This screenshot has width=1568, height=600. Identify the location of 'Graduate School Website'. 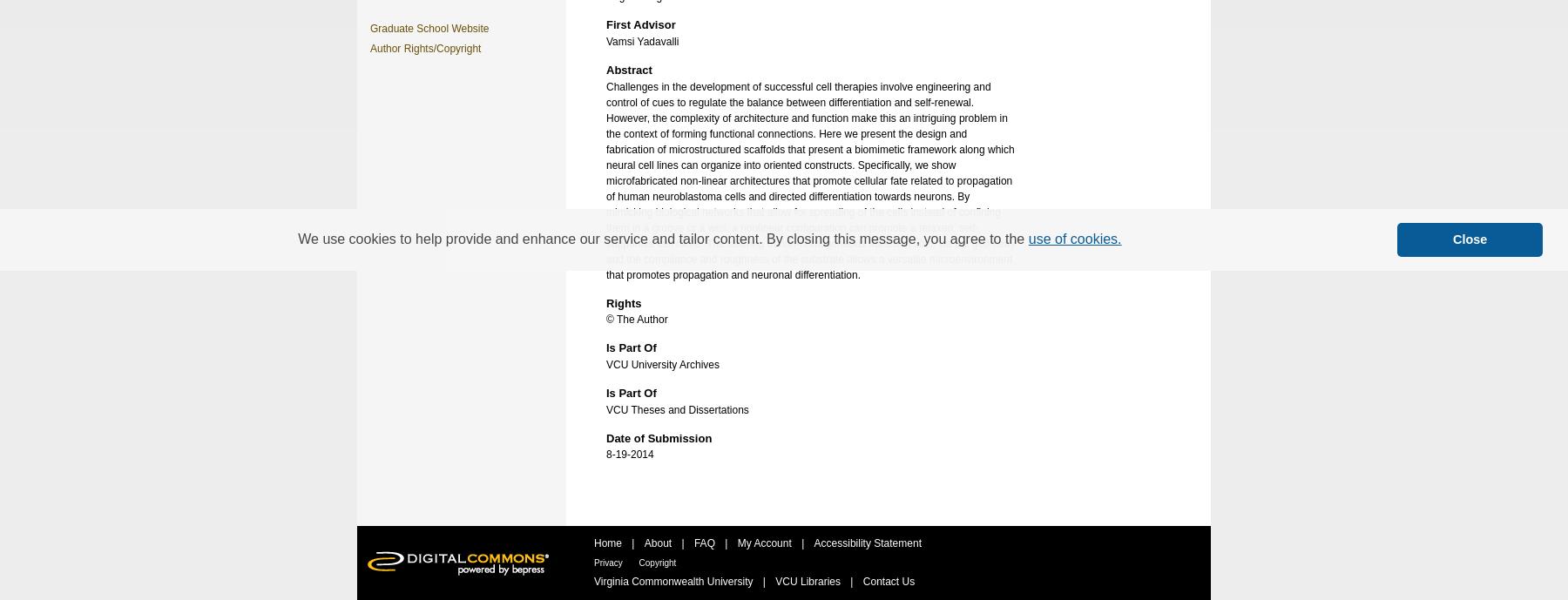
(429, 28).